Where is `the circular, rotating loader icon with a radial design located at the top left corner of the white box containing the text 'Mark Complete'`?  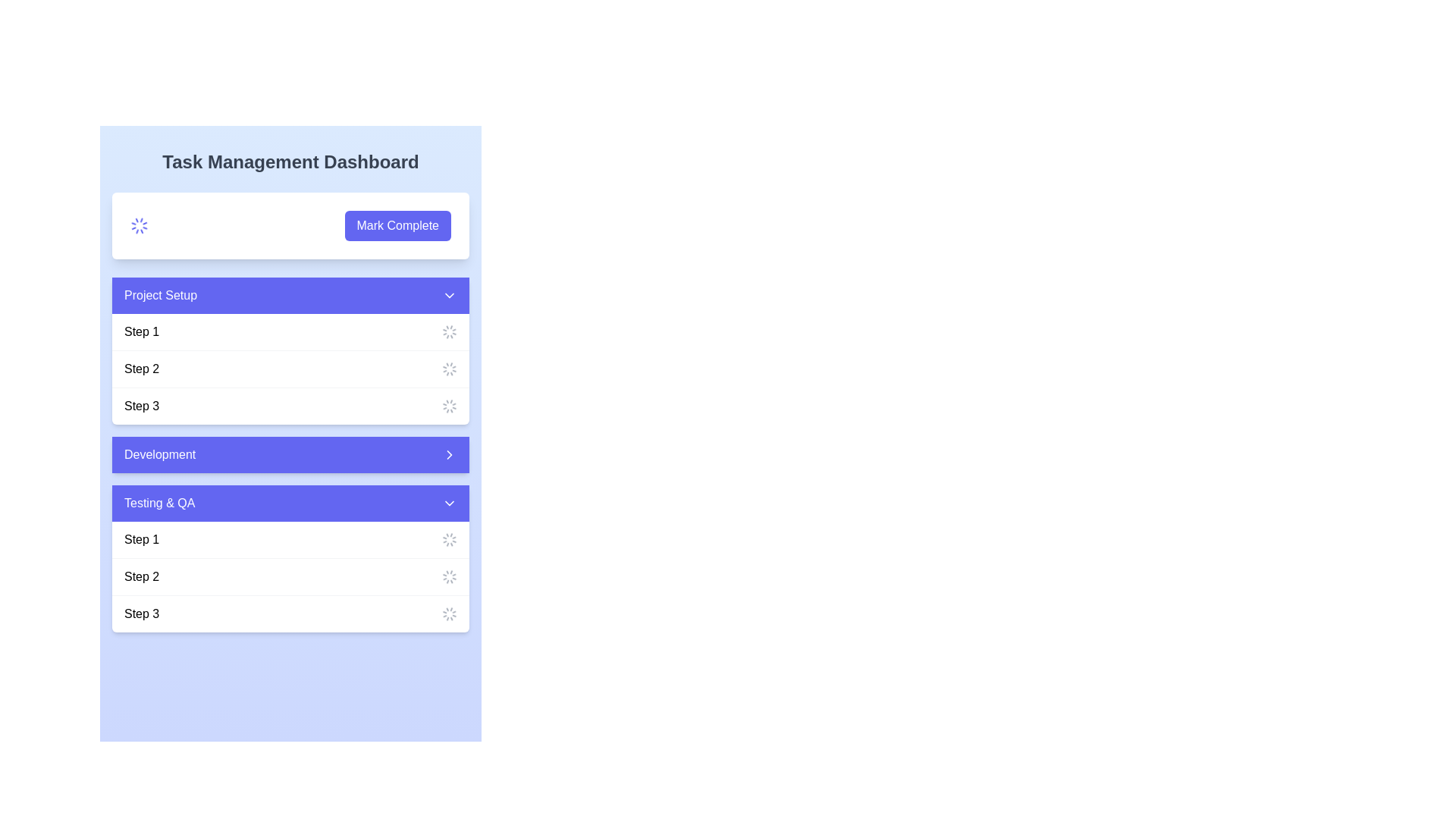
the circular, rotating loader icon with a radial design located at the top left corner of the white box containing the text 'Mark Complete' is located at coordinates (139, 225).